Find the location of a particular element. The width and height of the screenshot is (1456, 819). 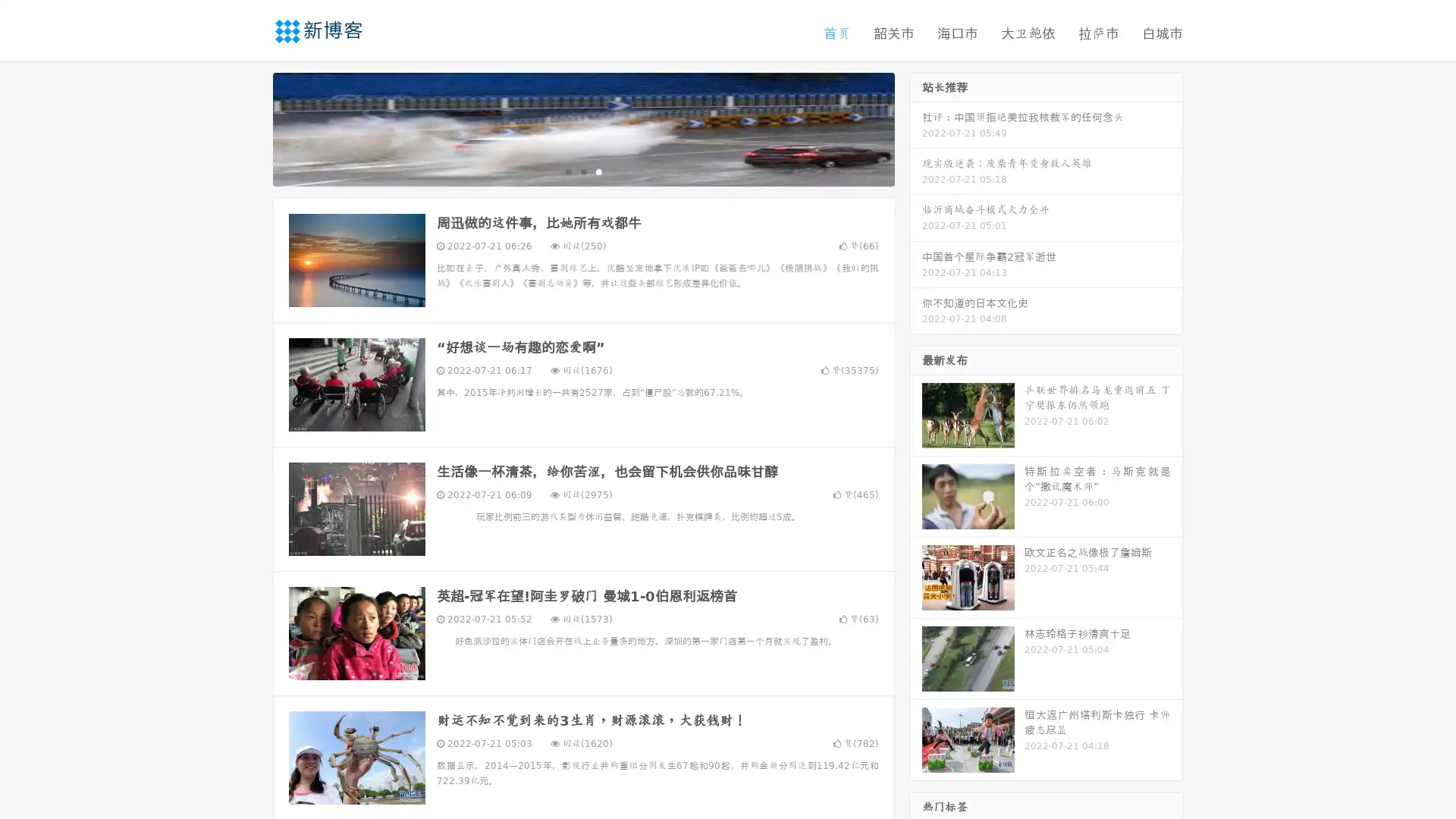

Next slide is located at coordinates (916, 127).